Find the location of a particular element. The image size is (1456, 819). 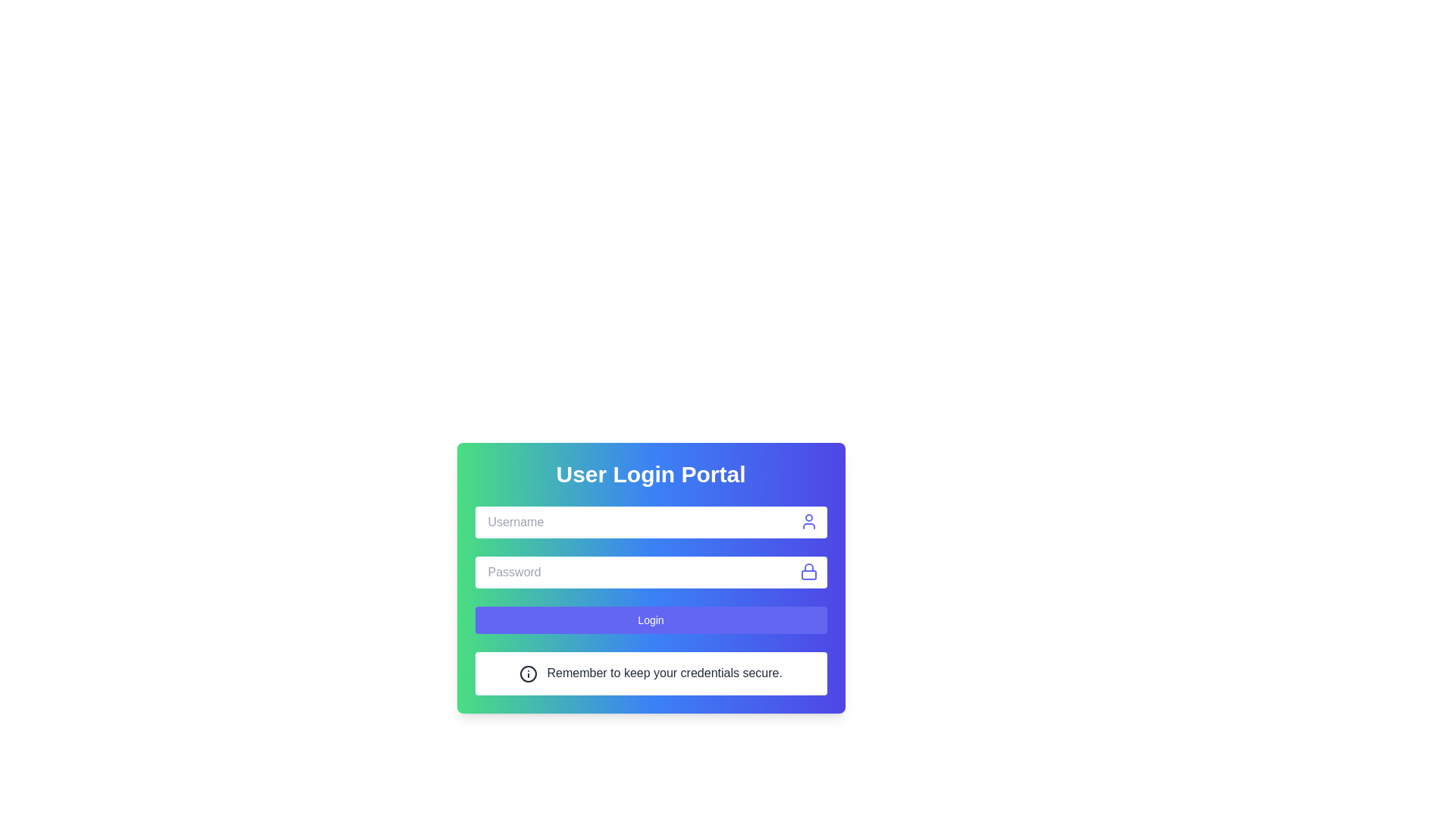

the Password Input Field, which is located directly beneath the 'Username' input field and above the 'Login' button, to provide visual feedback is located at coordinates (651, 578).